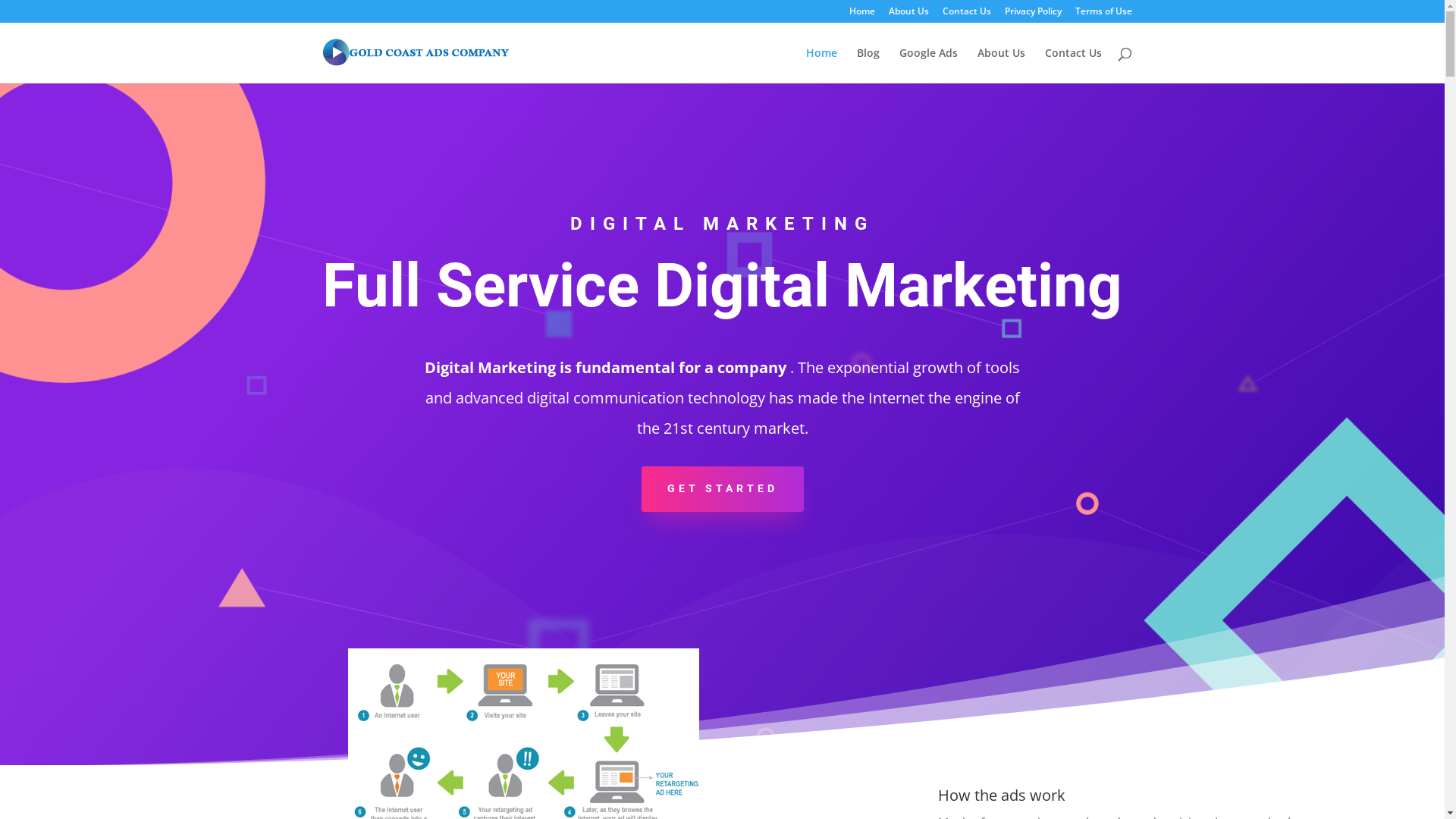 The image size is (1456, 819). What do you see at coordinates (888, 14) in the screenshot?
I see `'About Us'` at bounding box center [888, 14].